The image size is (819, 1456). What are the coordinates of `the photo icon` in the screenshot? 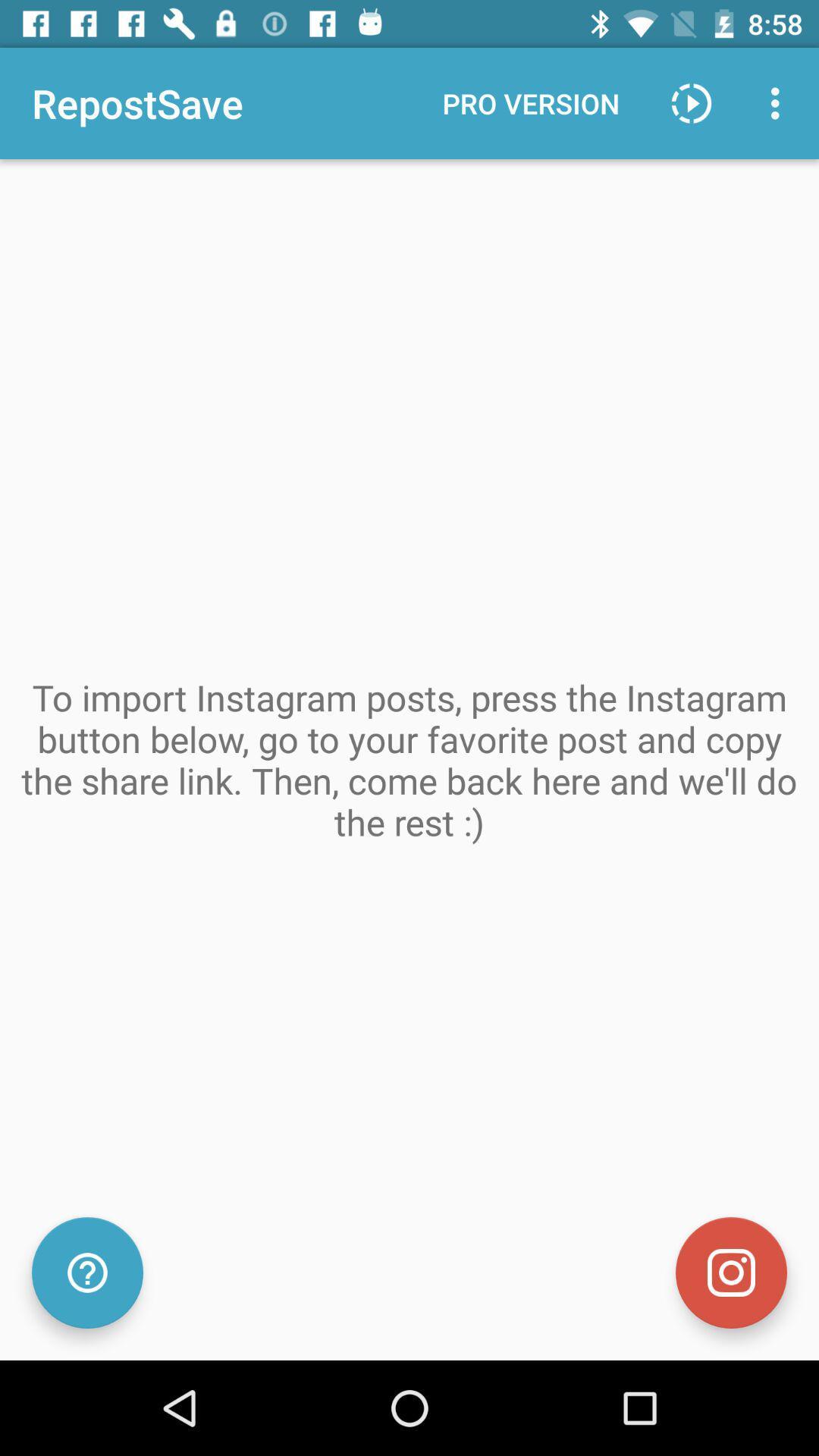 It's located at (730, 1272).